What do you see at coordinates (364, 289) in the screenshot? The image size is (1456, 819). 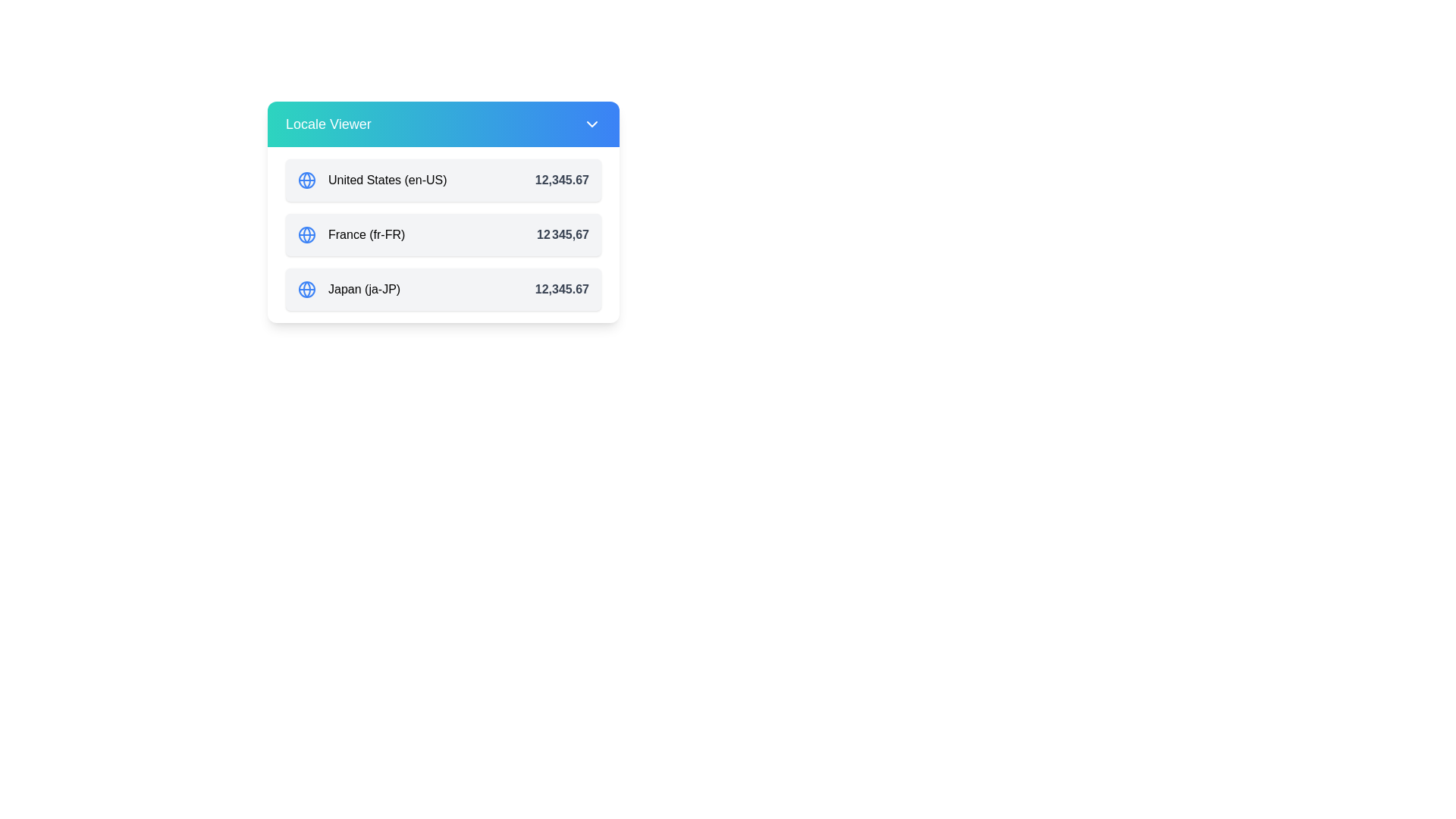 I see `the text label displaying 'Japan (ja-JP)'` at bounding box center [364, 289].